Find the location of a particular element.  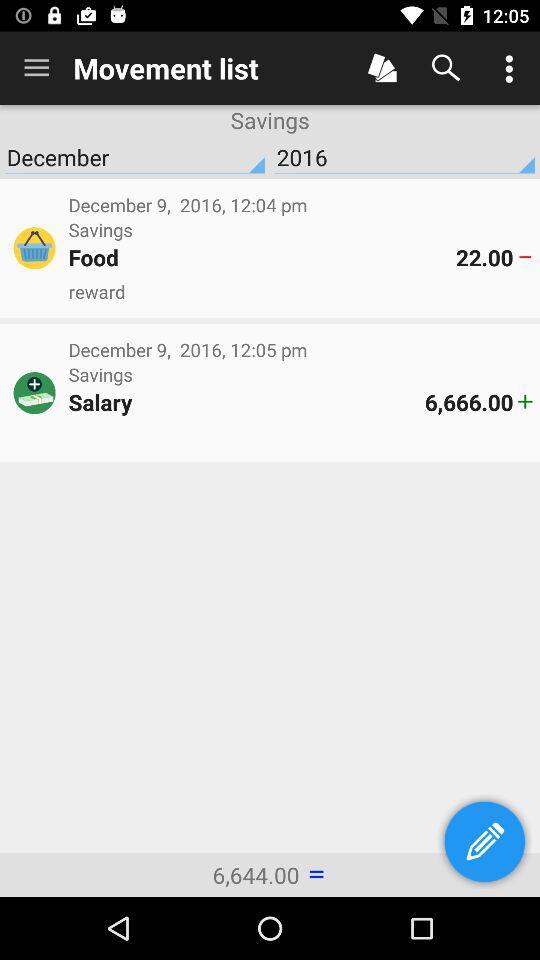

search is located at coordinates (445, 68).